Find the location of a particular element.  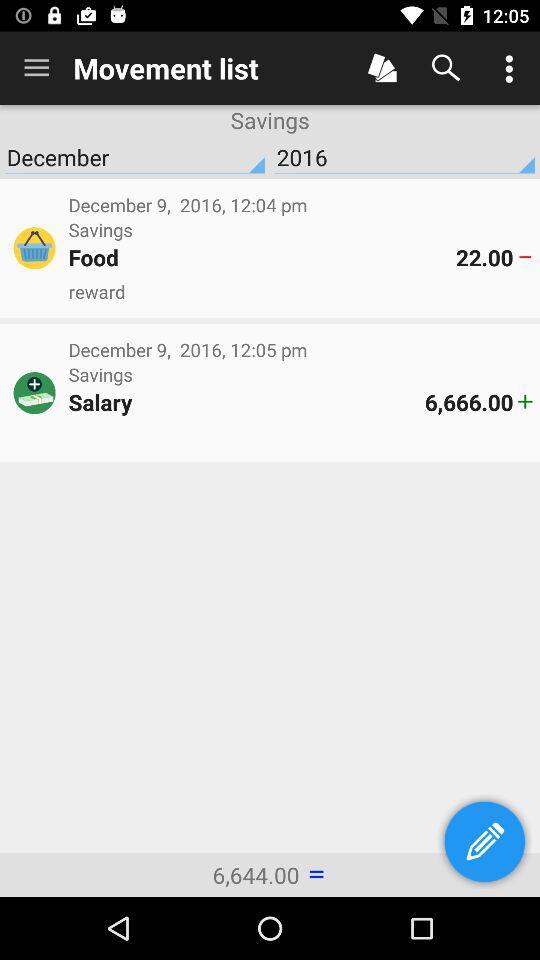

search is located at coordinates (445, 68).